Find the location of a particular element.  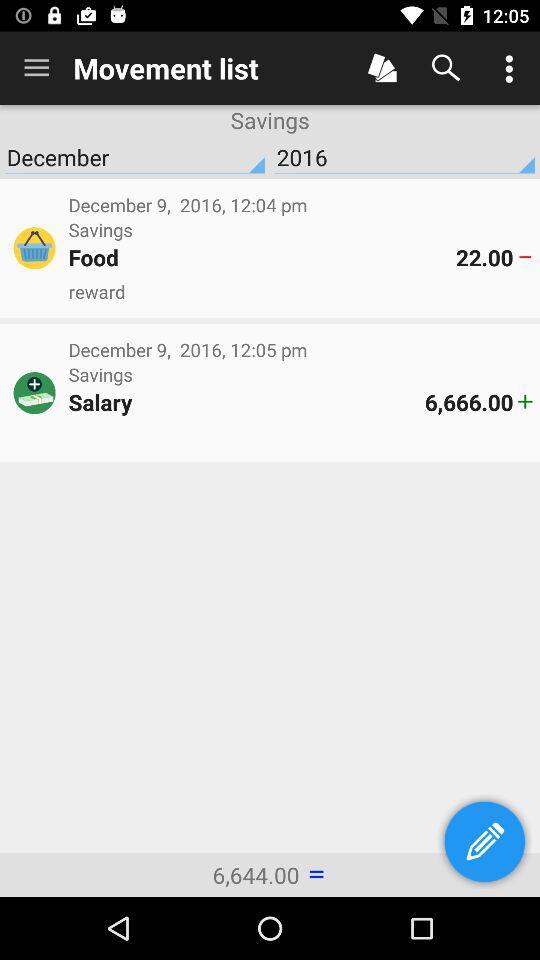

search is located at coordinates (445, 68).